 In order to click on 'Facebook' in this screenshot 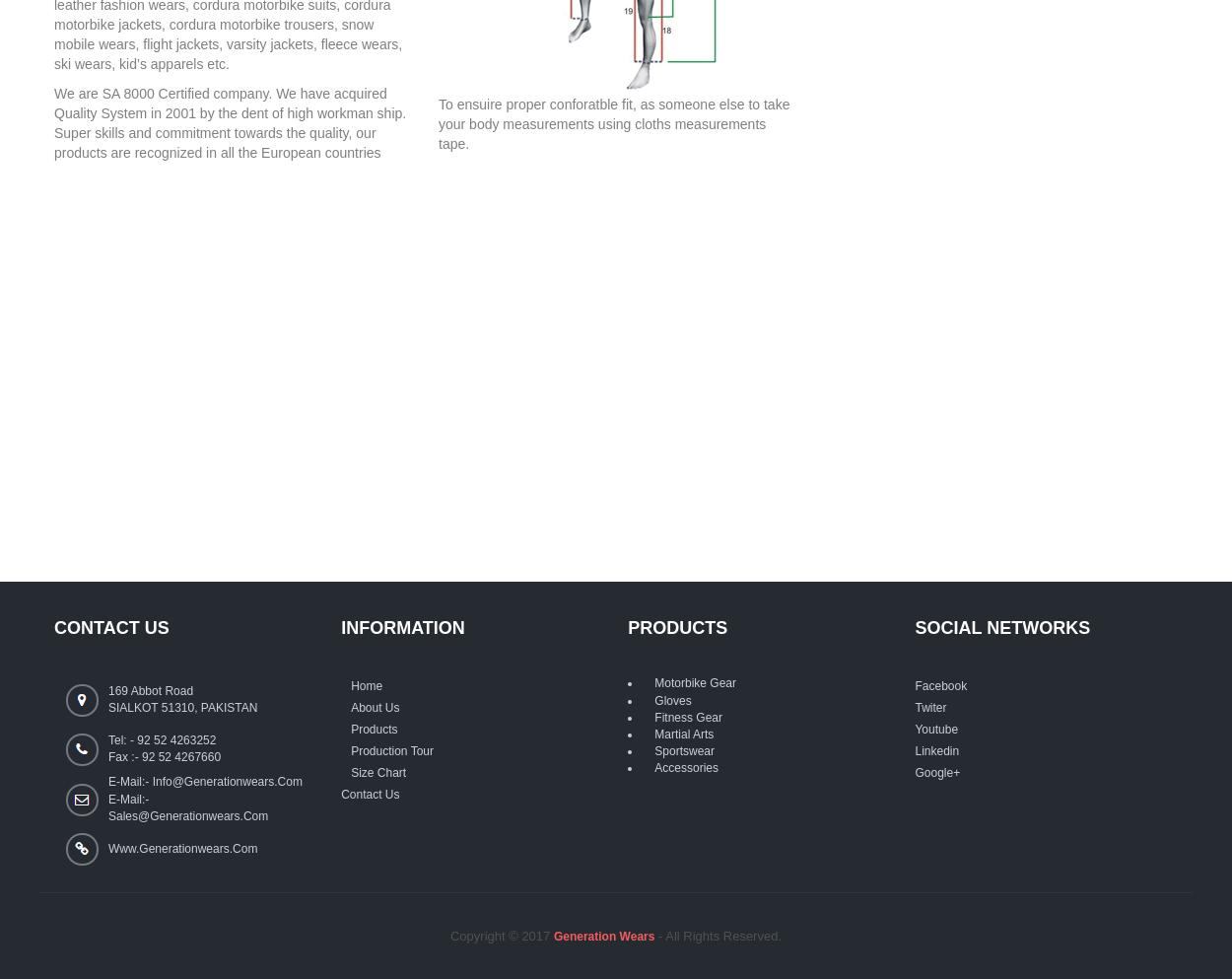, I will do `click(939, 684)`.